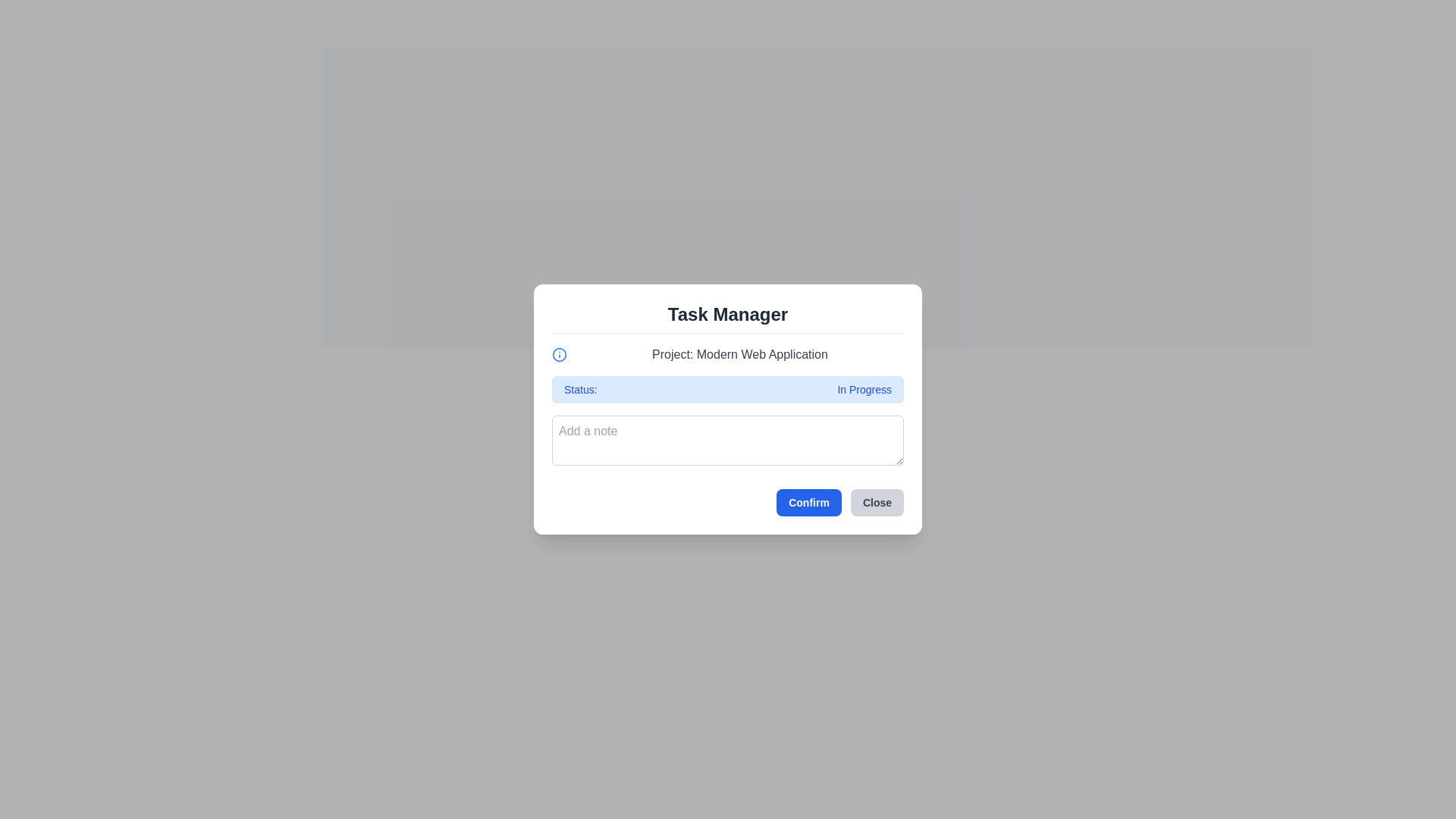 The image size is (1456, 819). What do you see at coordinates (728, 317) in the screenshot?
I see `text of the heading element displaying 'Task Manager', which is styled in bold gray and serves as the title for the section` at bounding box center [728, 317].